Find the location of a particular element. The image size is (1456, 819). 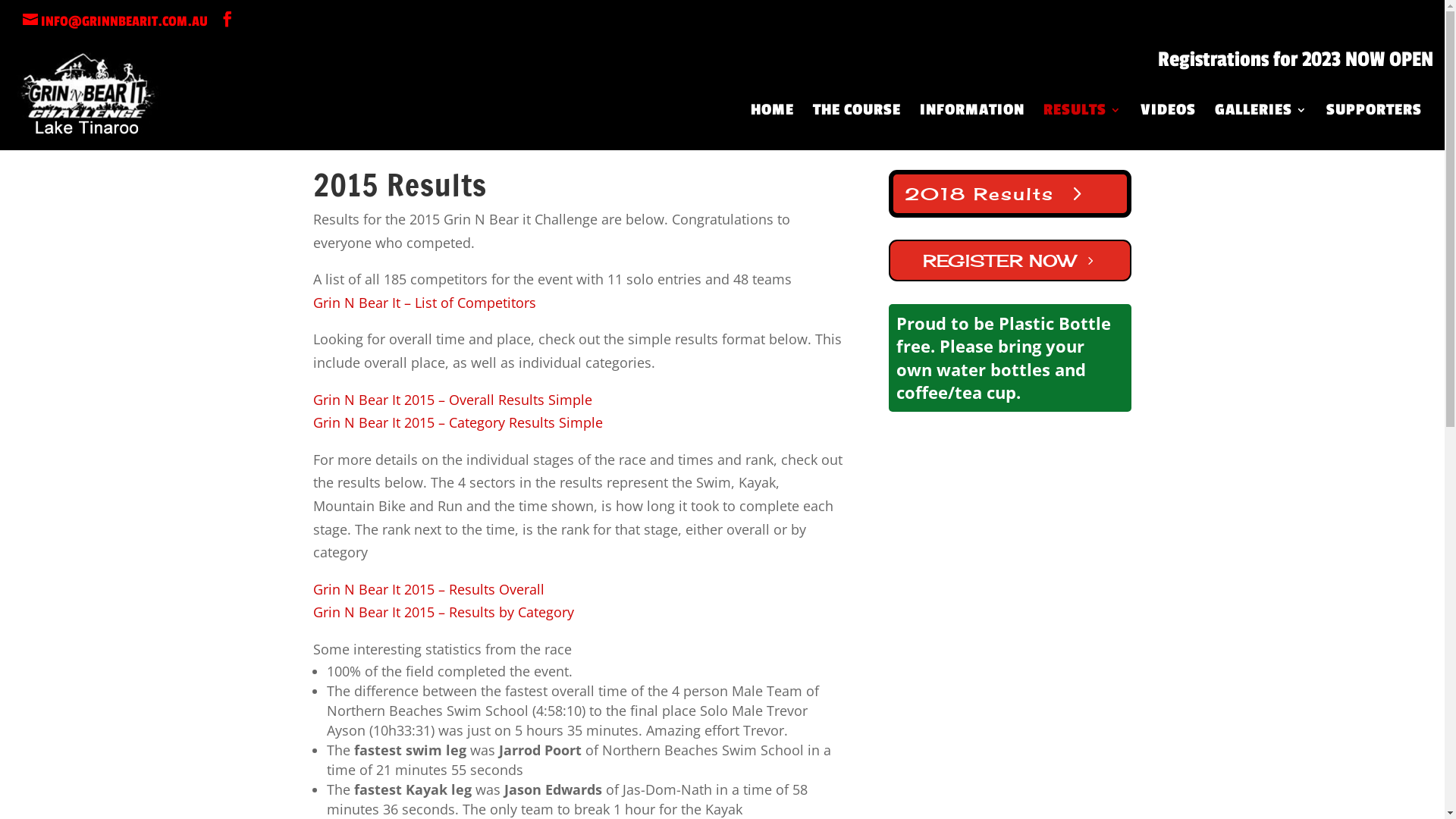

'INFO@GRINNBEARIT.COM.AU' is located at coordinates (22, 20).